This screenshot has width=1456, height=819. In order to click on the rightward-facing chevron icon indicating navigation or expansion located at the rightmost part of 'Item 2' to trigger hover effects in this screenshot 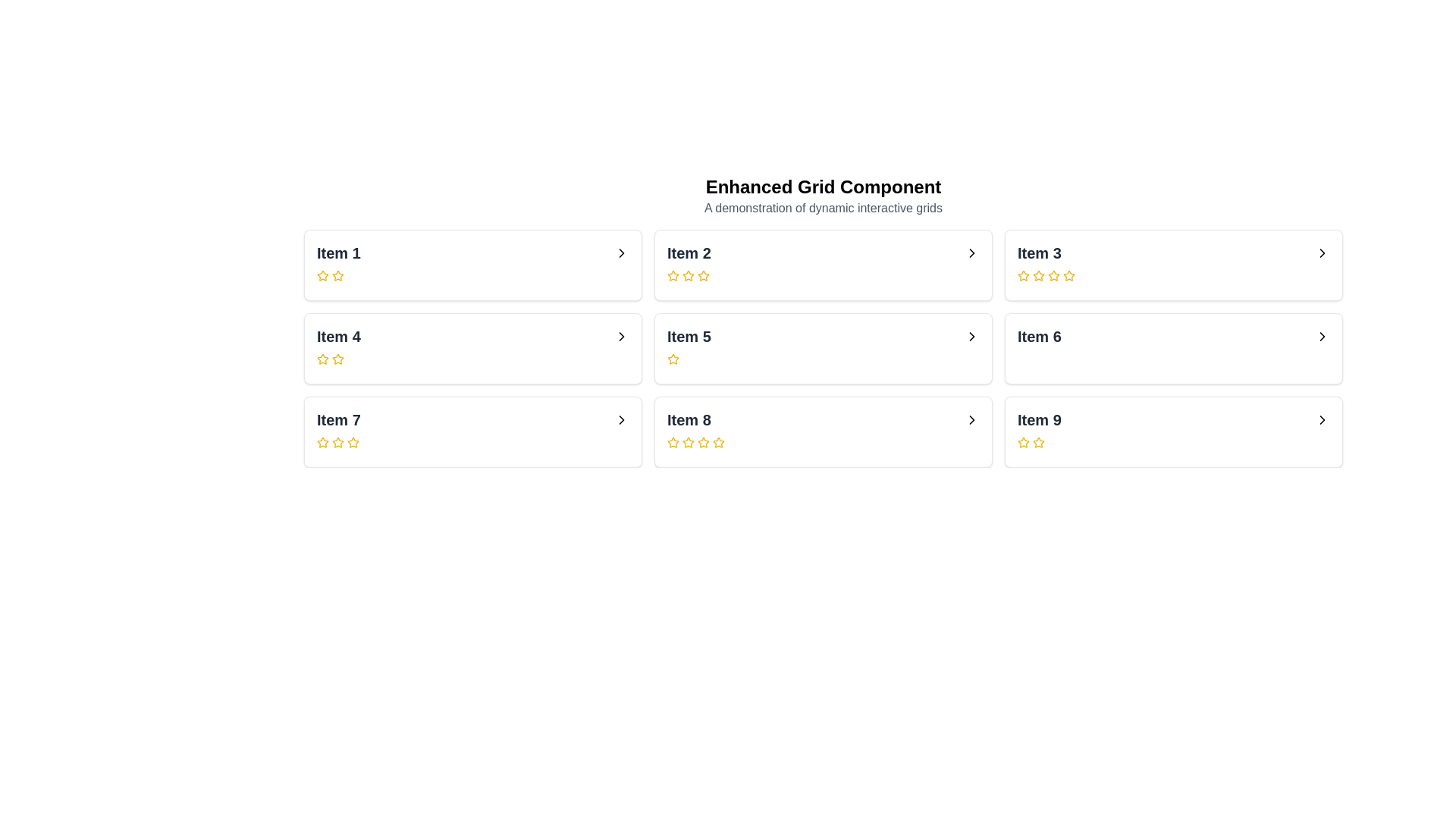, I will do `click(971, 253)`.